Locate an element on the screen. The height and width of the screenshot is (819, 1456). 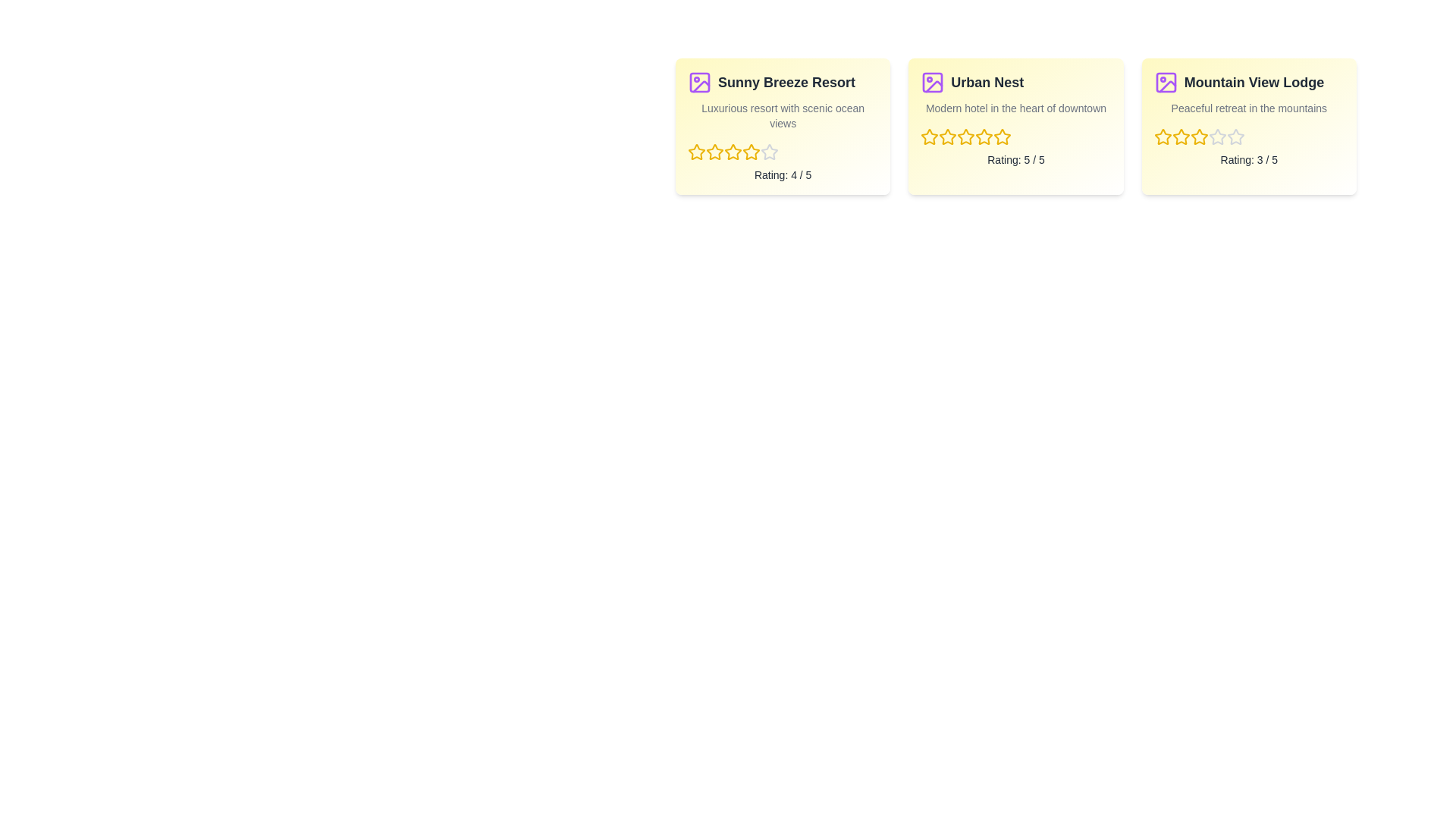
the hotel card for Urban Nest is located at coordinates (1015, 125).